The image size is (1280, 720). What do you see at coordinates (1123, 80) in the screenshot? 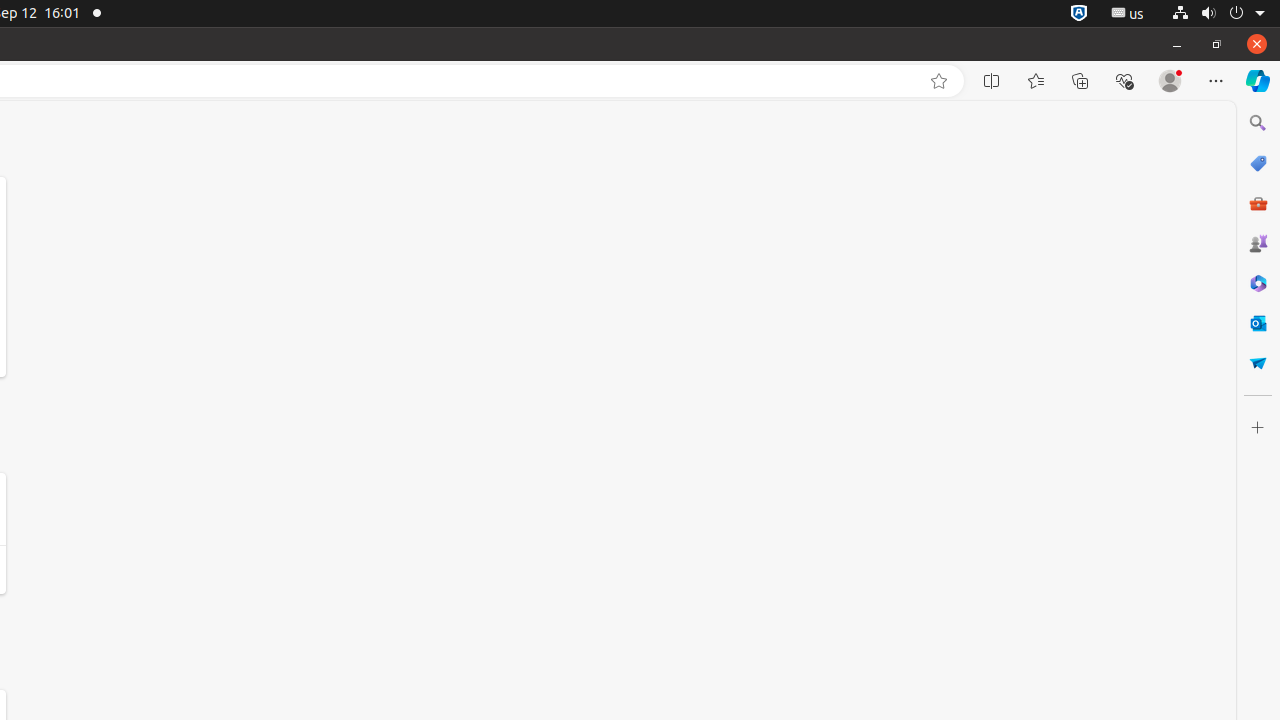
I see `'Browser essentials'` at bounding box center [1123, 80].